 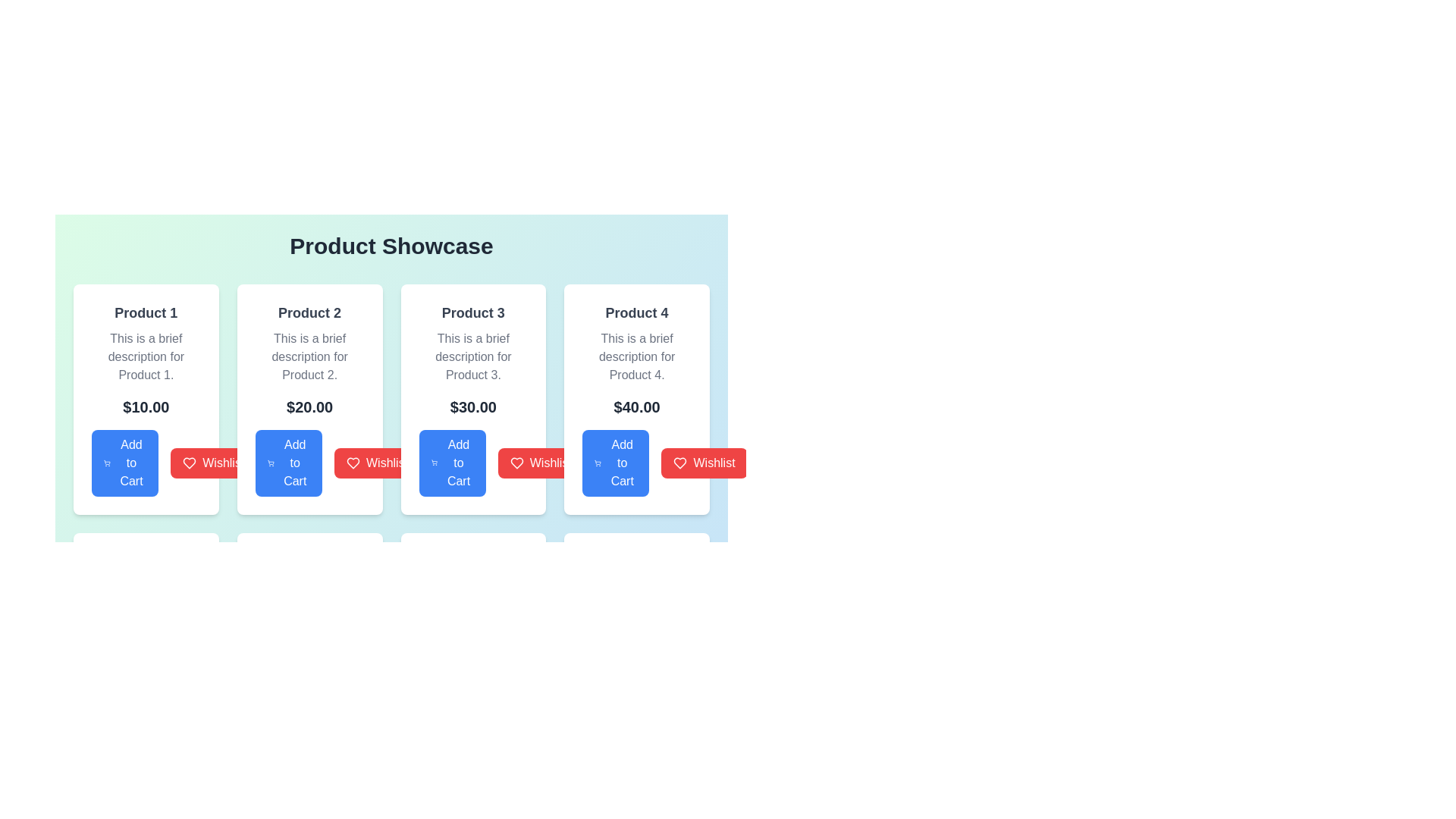 I want to click on the wishlist icon located within the 'Wishlist' button for 'Product 2', which is positioned to the left of the text label, so click(x=189, y=462).